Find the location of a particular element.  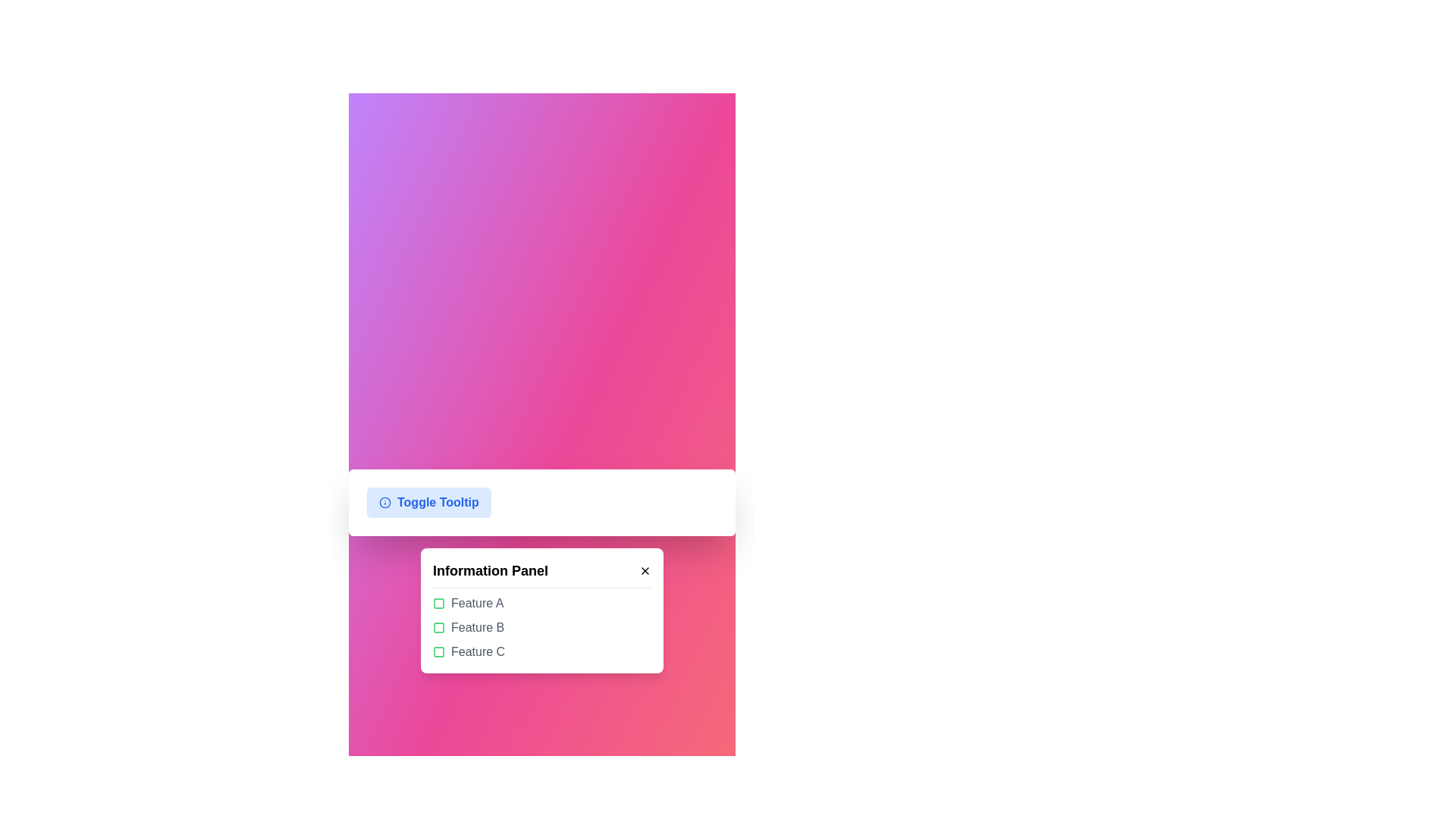

the close button located at the top-right corner of the 'Information Panel' is located at coordinates (645, 570).